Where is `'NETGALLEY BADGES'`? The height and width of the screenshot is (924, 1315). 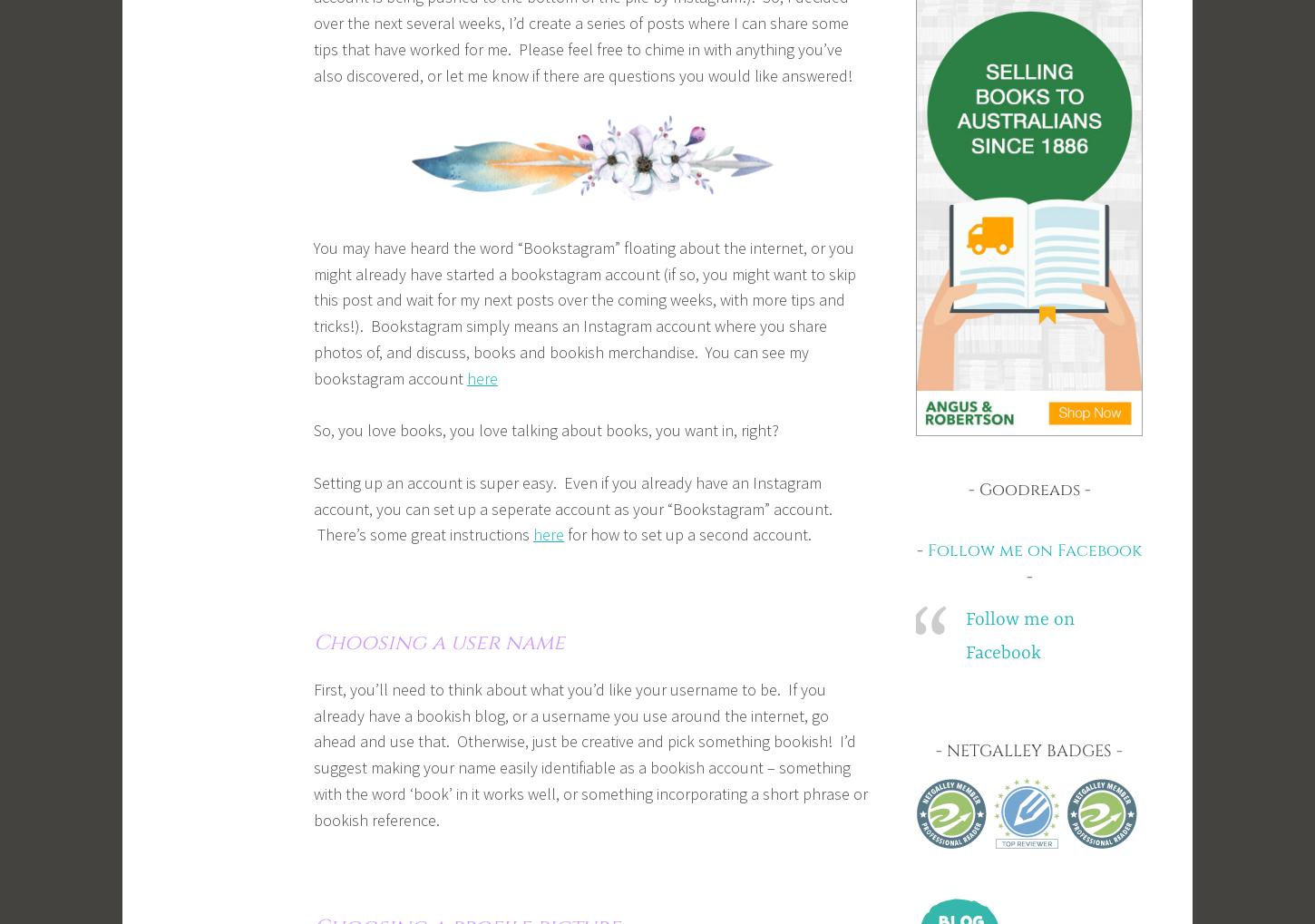 'NETGALLEY BADGES' is located at coordinates (947, 751).